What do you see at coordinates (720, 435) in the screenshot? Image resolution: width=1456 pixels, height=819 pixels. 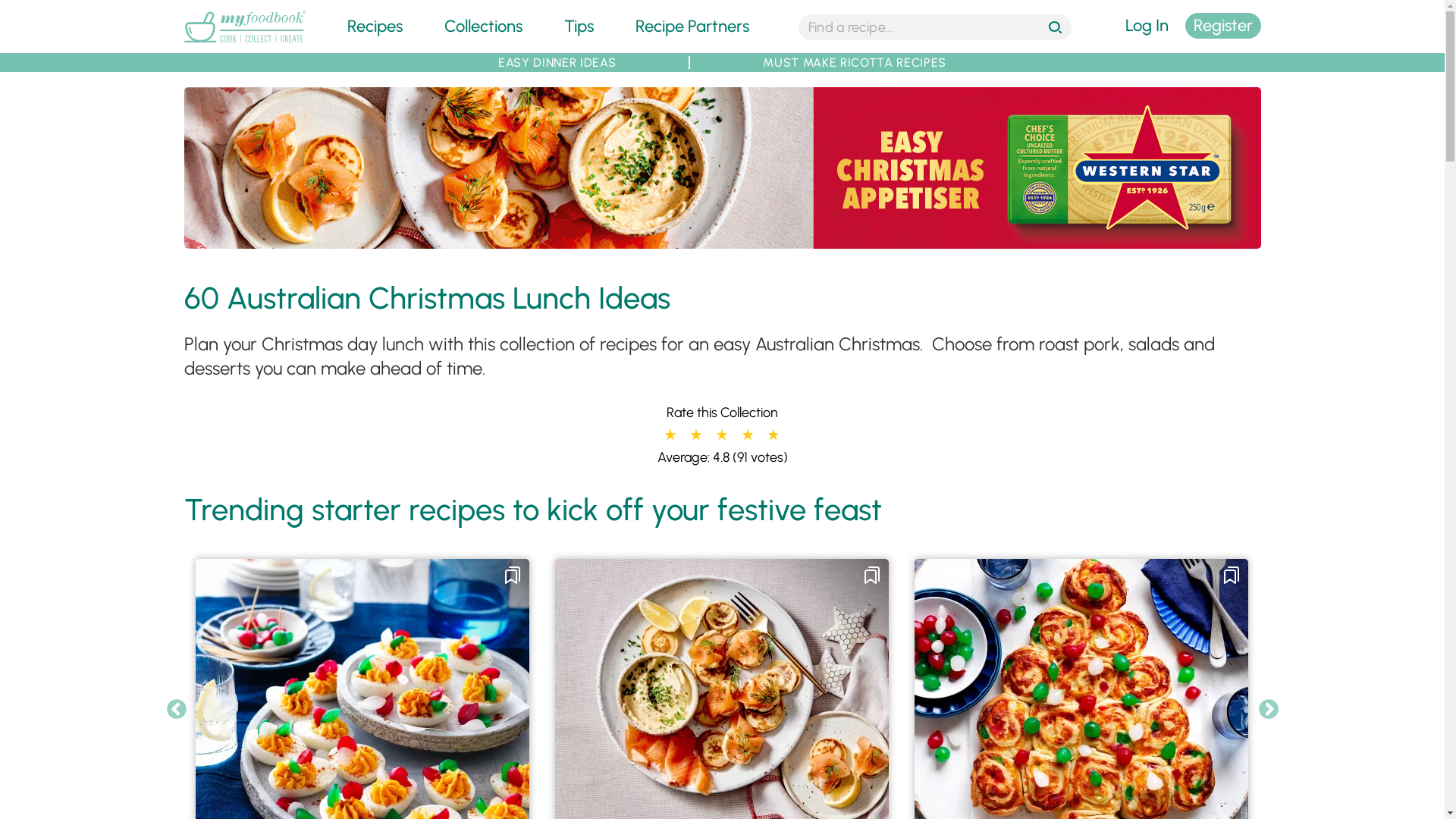 I see `'Give it 3/5'` at bounding box center [720, 435].